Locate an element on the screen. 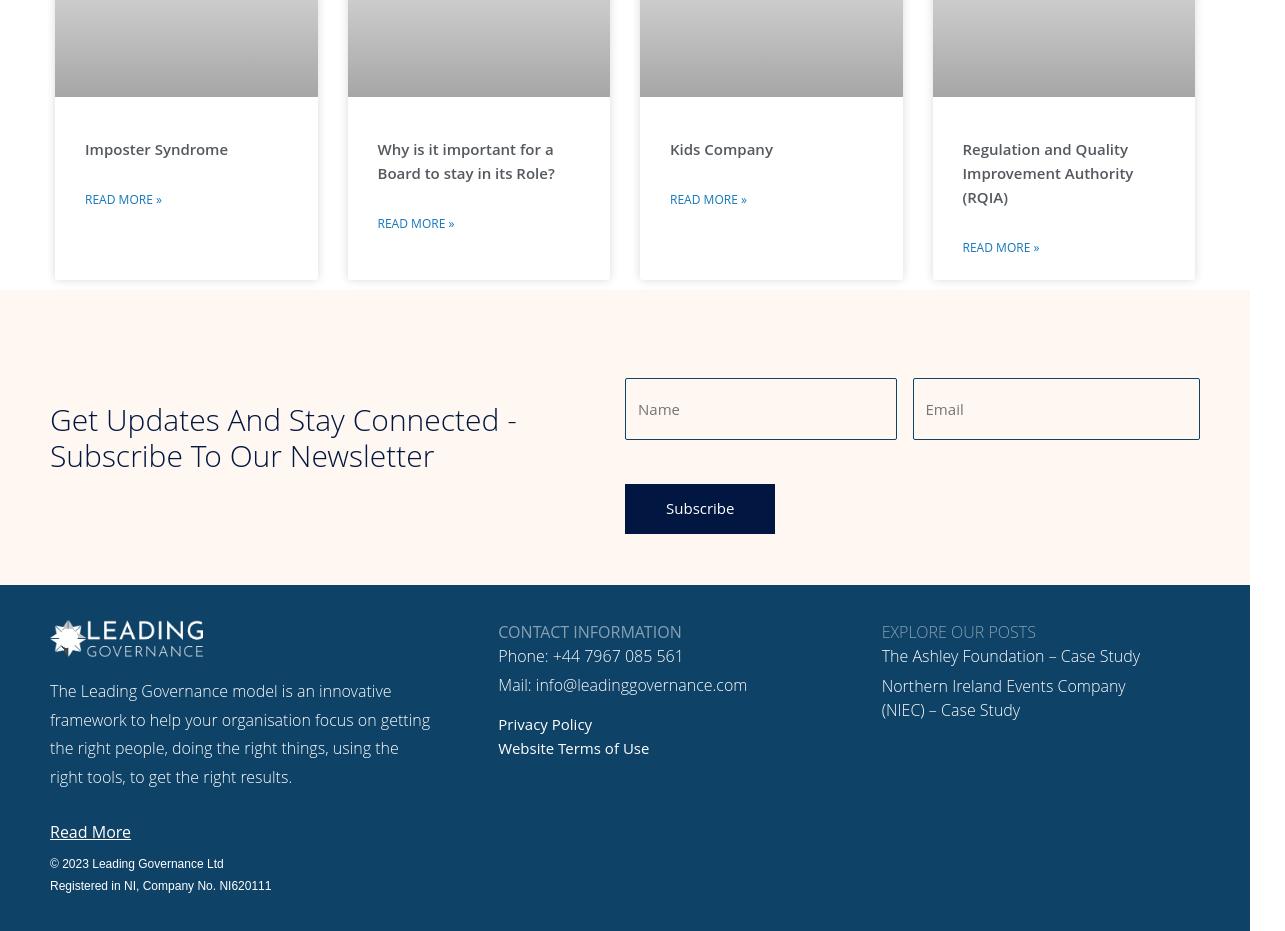  'Contact Information' is located at coordinates (589, 631).